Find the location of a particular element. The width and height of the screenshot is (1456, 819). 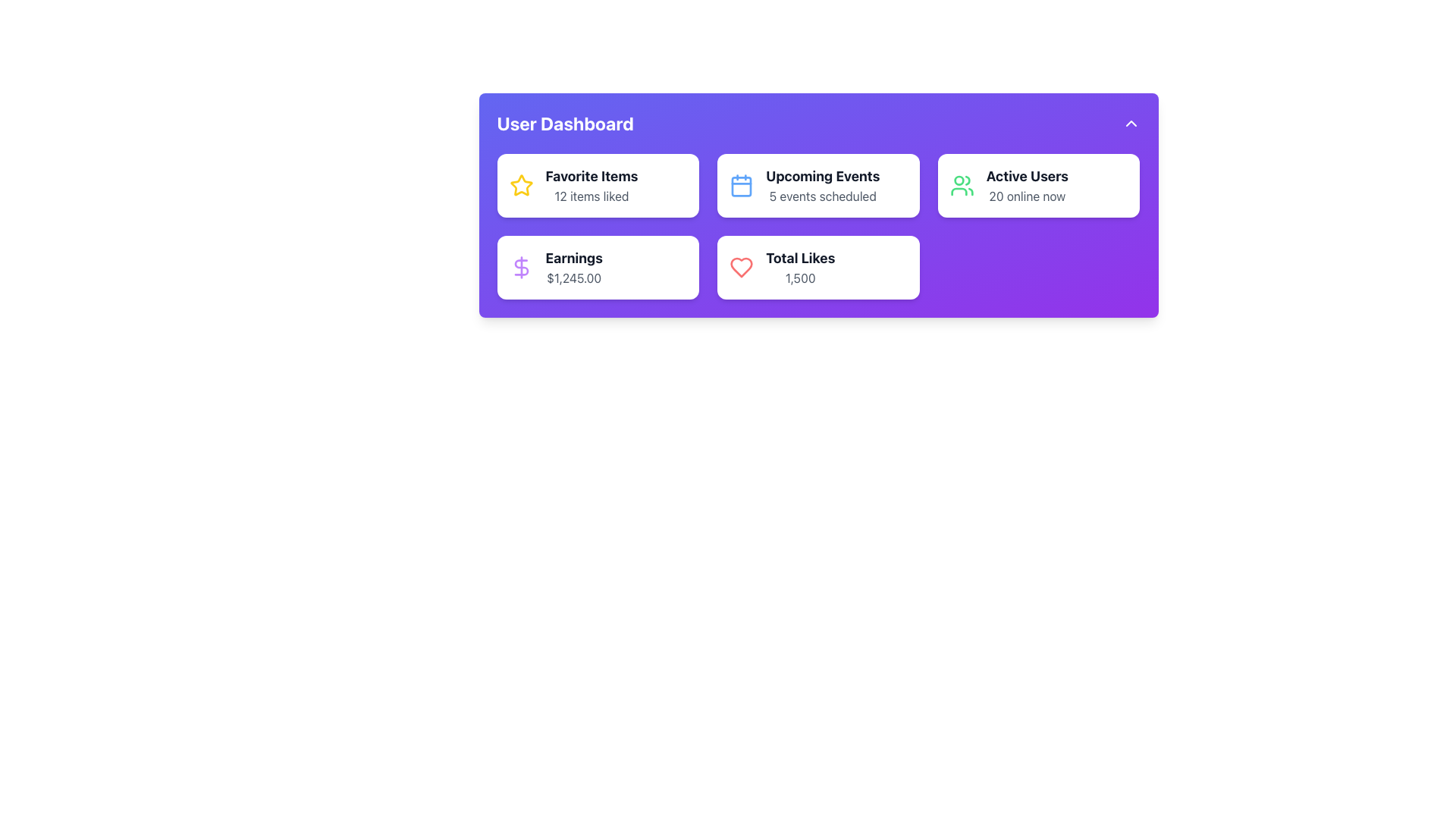

the Informational card titled 'Favorite Items' with a subtitle stating '12 items liked', located in the top-left corner of the grid layout is located at coordinates (597, 185).